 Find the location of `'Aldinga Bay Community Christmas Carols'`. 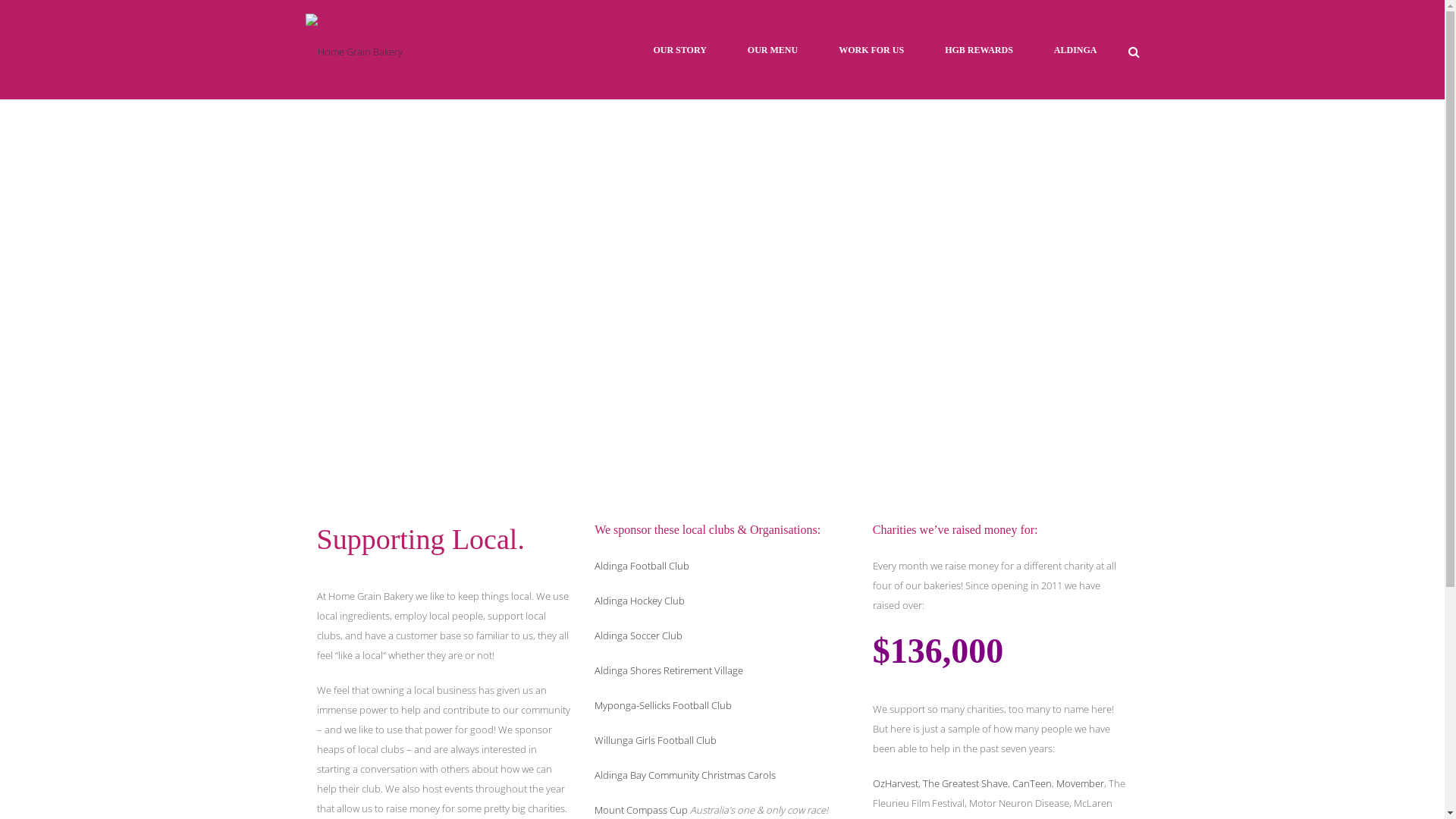

'Aldinga Bay Community Christmas Carols' is located at coordinates (684, 775).